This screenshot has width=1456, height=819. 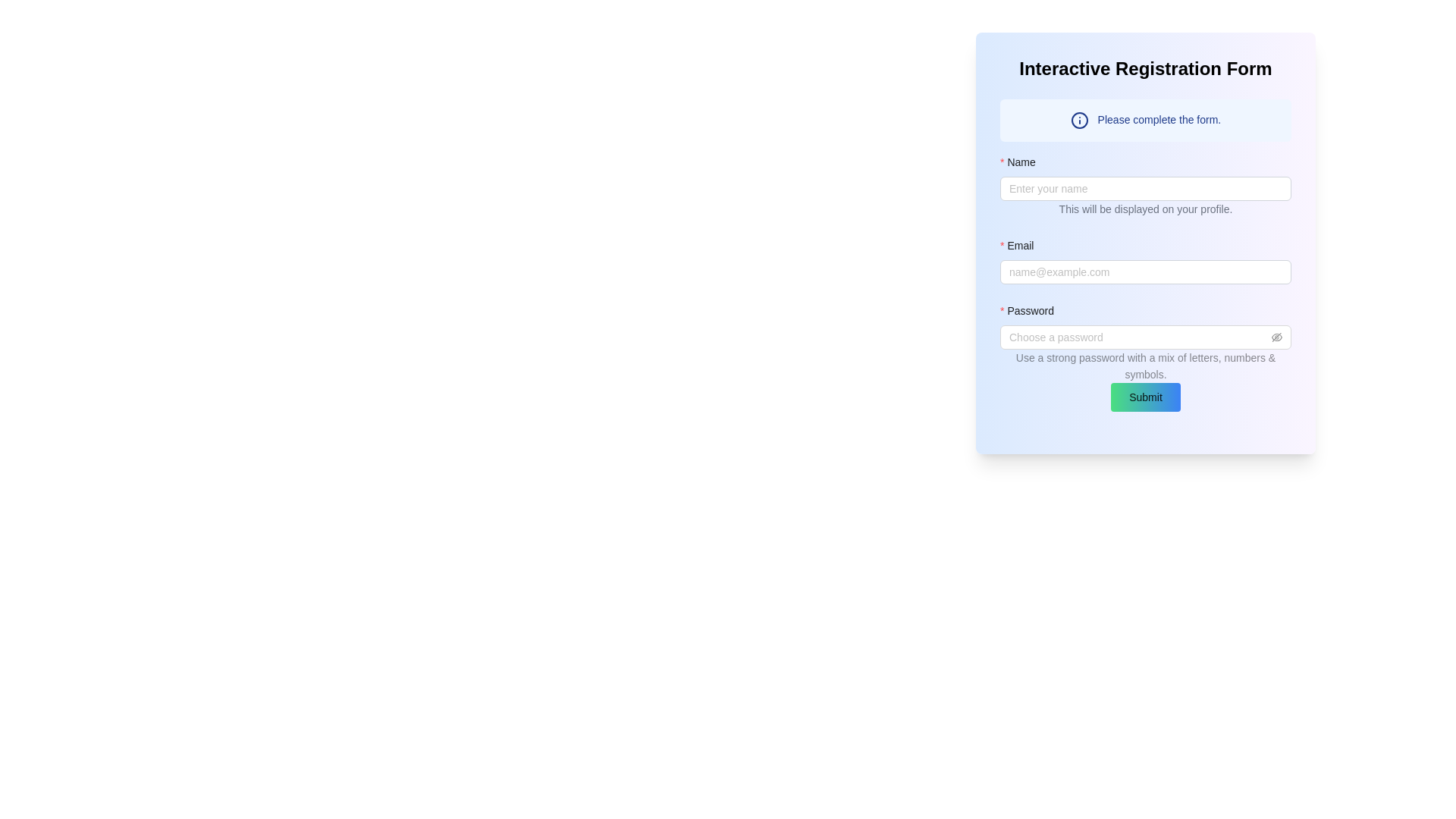 What do you see at coordinates (1146, 397) in the screenshot?
I see `the 'Submit' button, which is a rectangular button with a gradient background transitioning from green to blue, located at the bottom of the registration form` at bounding box center [1146, 397].